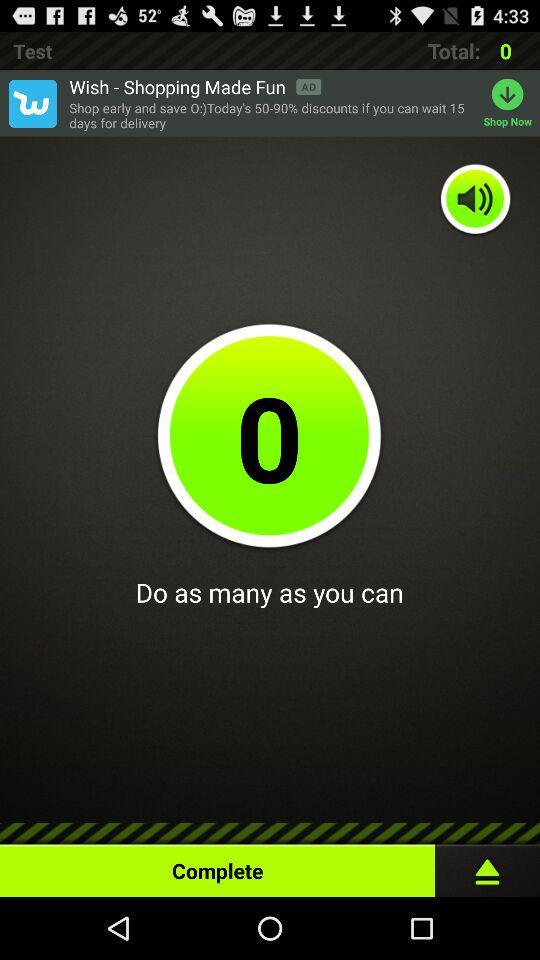  What do you see at coordinates (270, 115) in the screenshot?
I see `the app to the left of shop now` at bounding box center [270, 115].